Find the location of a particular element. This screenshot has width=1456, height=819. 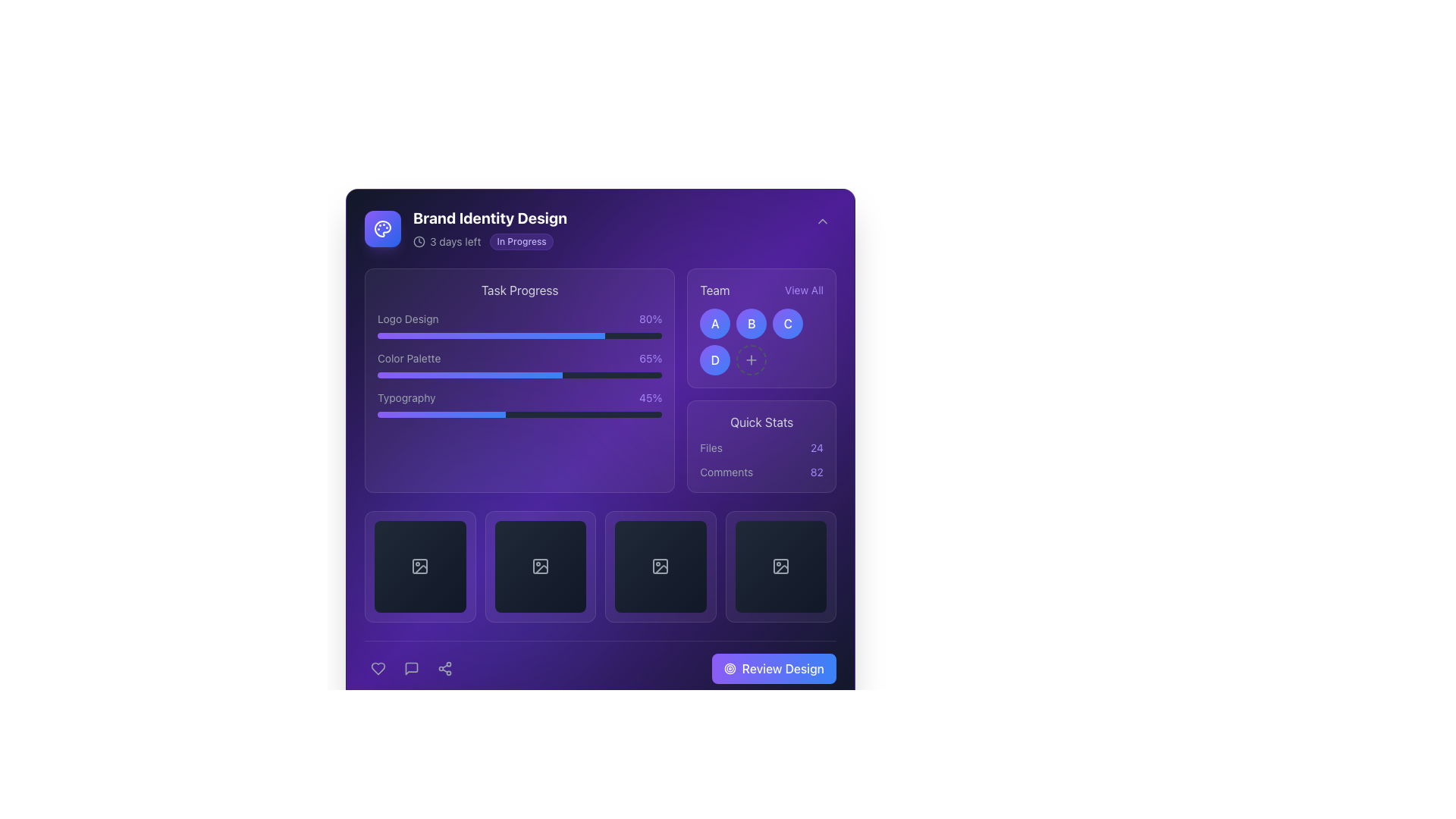

the icon associated with the project 'Brand Identity Design', located at the top-left corner of the card labeled 'Brand Identity Design' is located at coordinates (382, 228).